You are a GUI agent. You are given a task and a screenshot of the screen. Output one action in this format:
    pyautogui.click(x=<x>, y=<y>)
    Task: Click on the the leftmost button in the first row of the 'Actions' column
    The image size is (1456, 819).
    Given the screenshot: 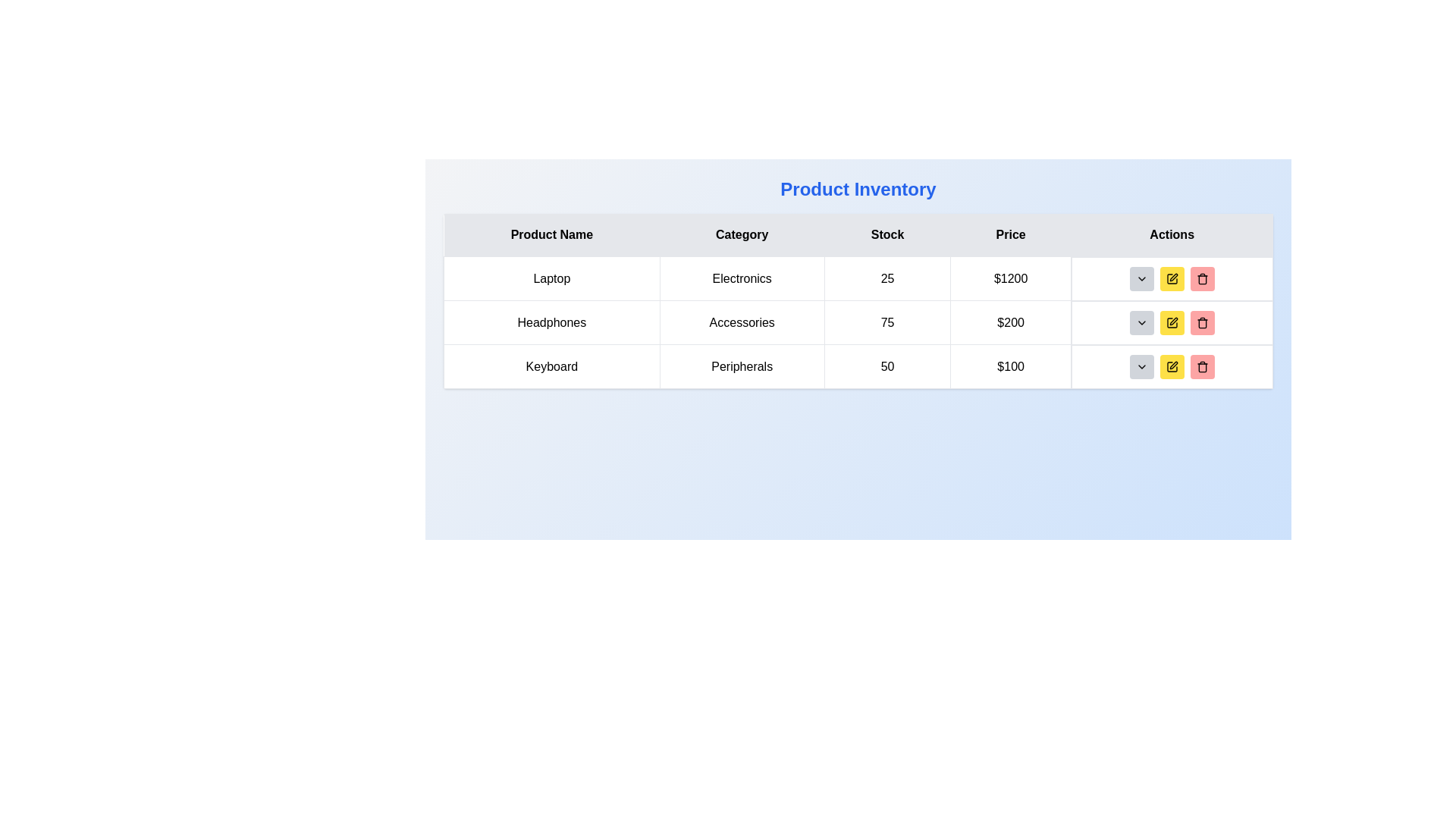 What is the action you would take?
    pyautogui.click(x=1141, y=278)
    